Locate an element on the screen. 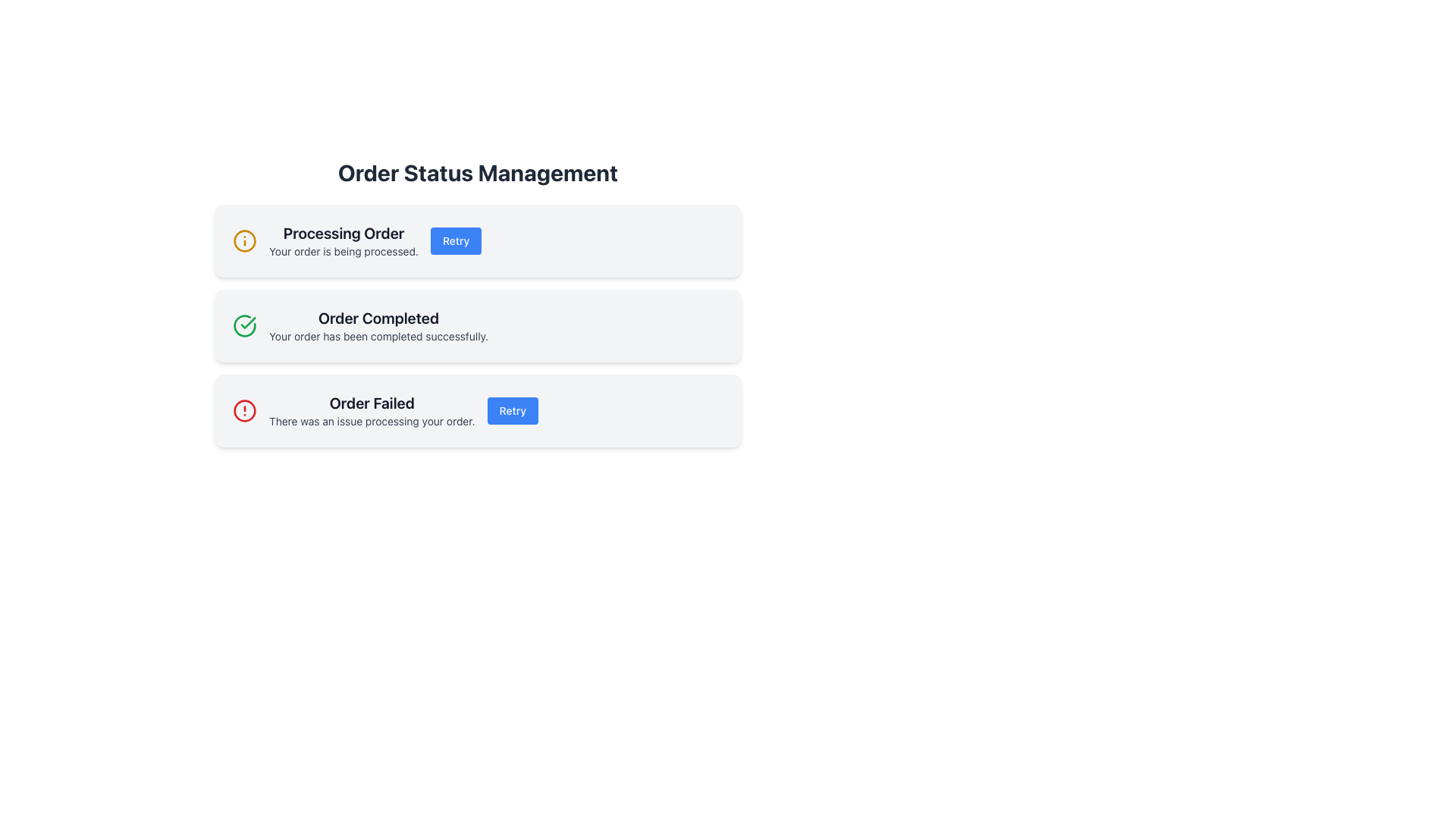 This screenshot has width=1456, height=819. informational text confirming the successful completion of the order, located beneath the 'Order Completed' title in the central card is located at coordinates (378, 335).